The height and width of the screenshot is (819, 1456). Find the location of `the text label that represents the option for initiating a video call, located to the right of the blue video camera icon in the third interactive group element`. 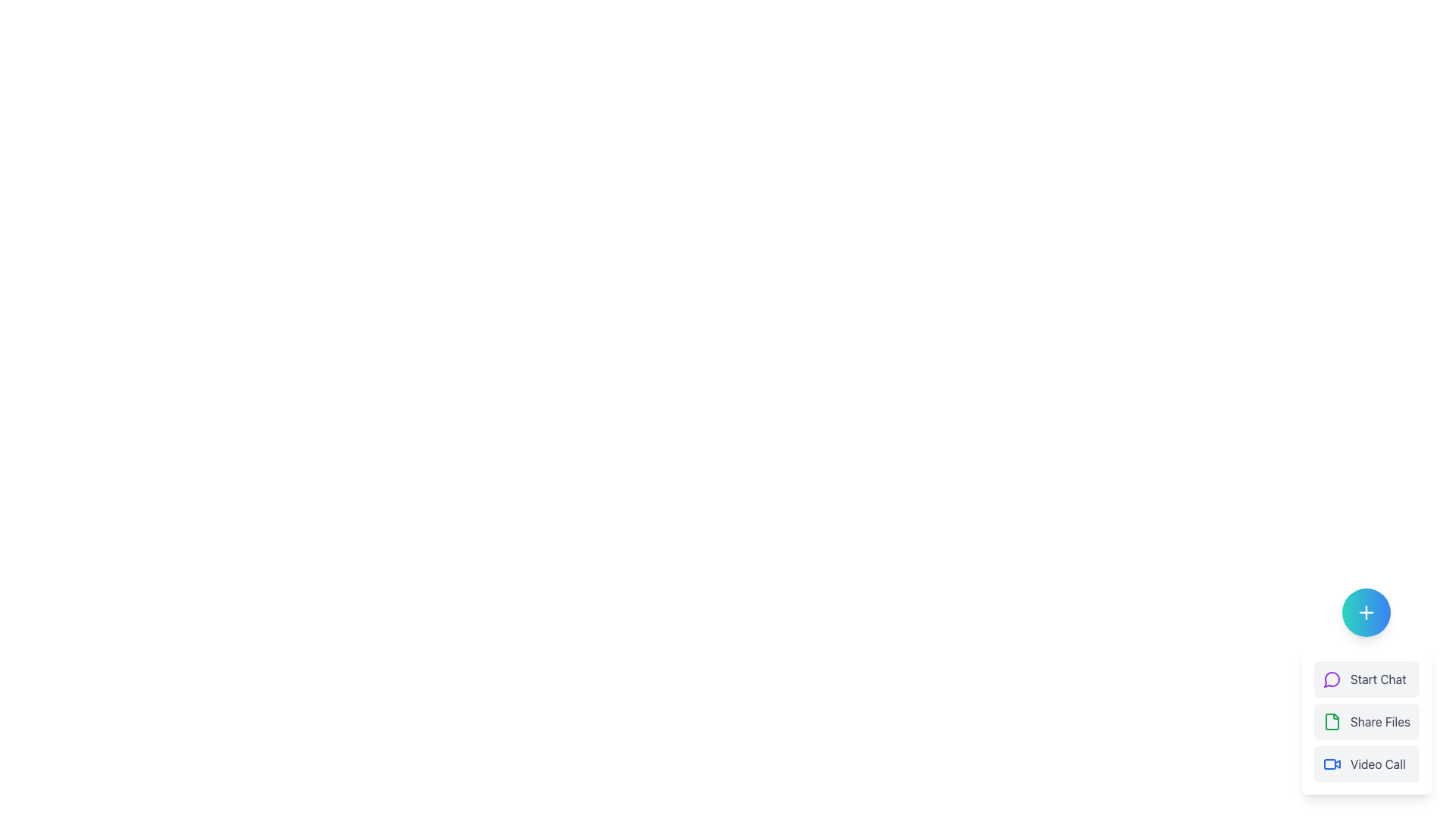

the text label that represents the option for initiating a video call, located to the right of the blue video camera icon in the third interactive group element is located at coordinates (1378, 764).